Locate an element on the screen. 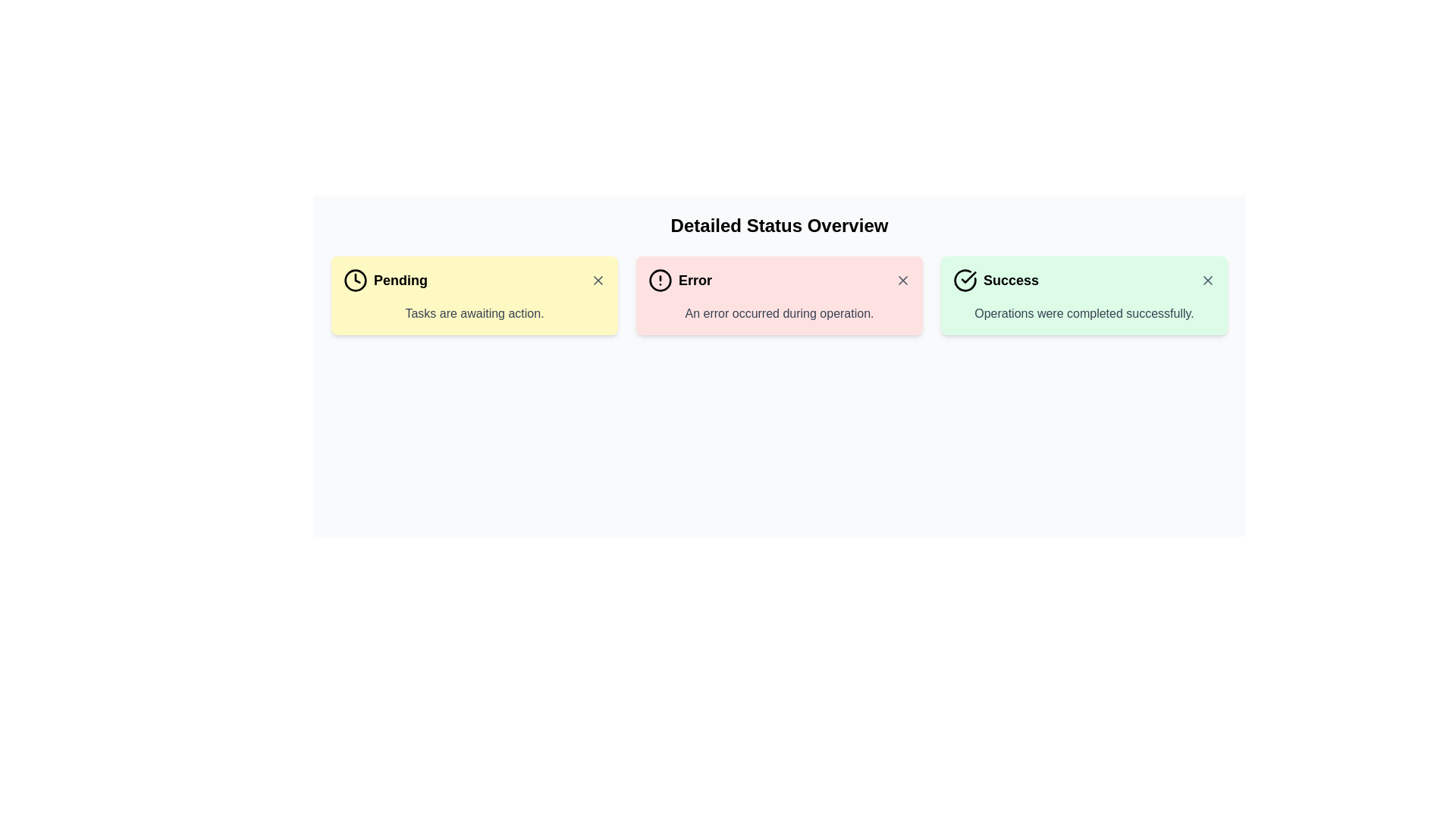 This screenshot has width=1456, height=819. the cross icon button on the red 'Error' background is located at coordinates (902, 281).